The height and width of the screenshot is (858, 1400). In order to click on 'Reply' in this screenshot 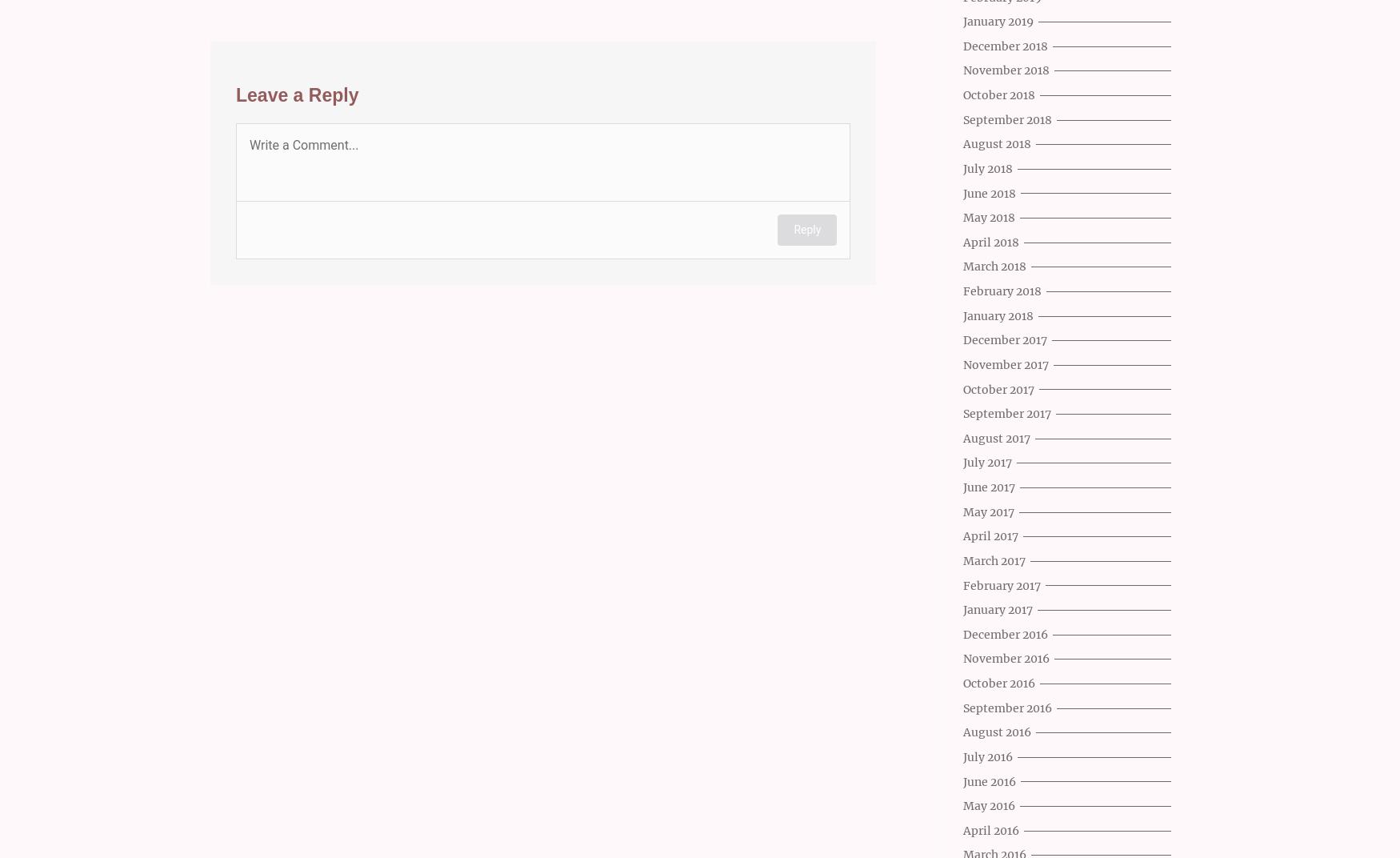, I will do `click(806, 228)`.